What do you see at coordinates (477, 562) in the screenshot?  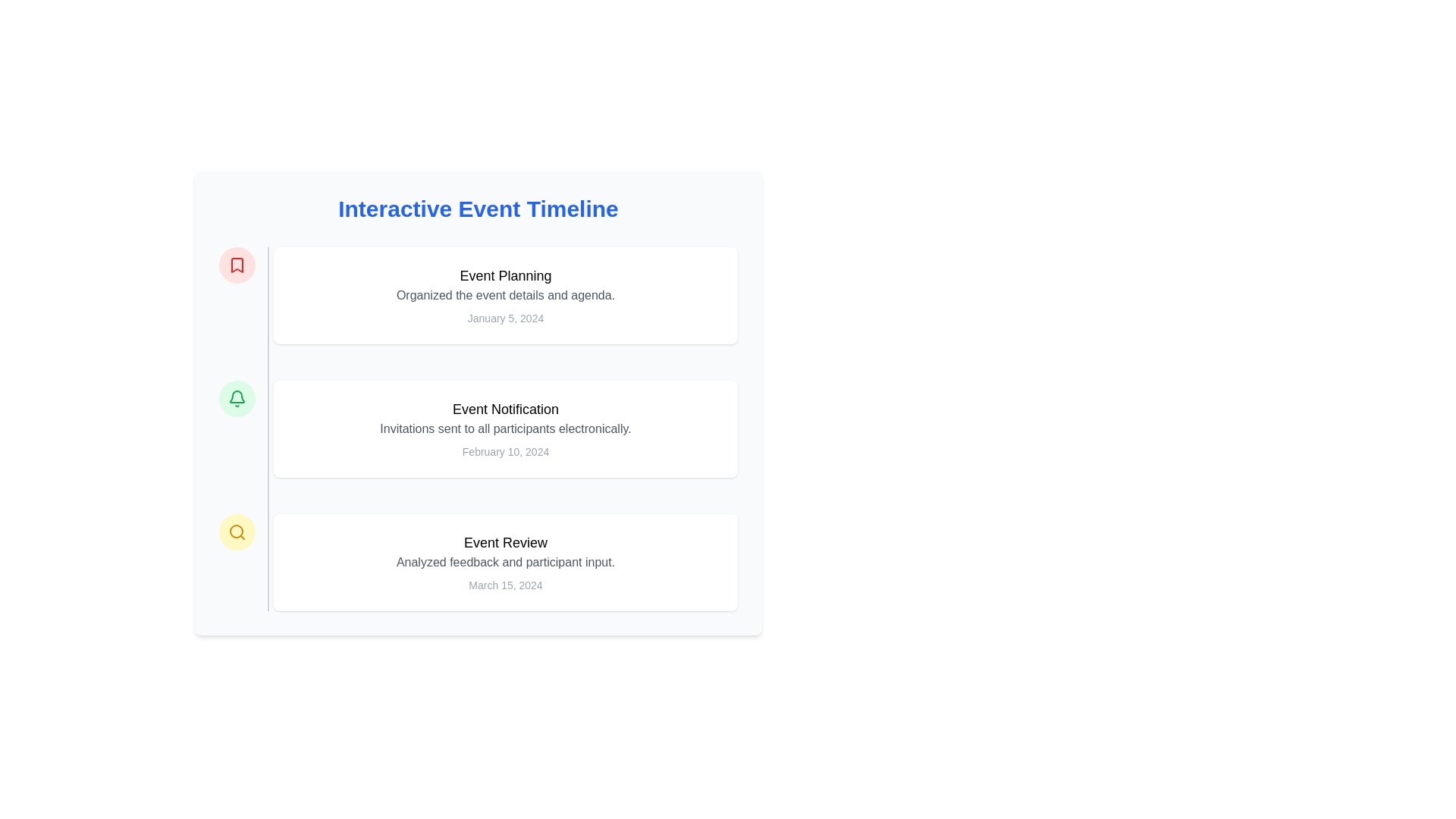 I see `the Informative card located at the bottom of the vertical list, below 'Event Planning' and 'Event Notification'` at bounding box center [477, 562].